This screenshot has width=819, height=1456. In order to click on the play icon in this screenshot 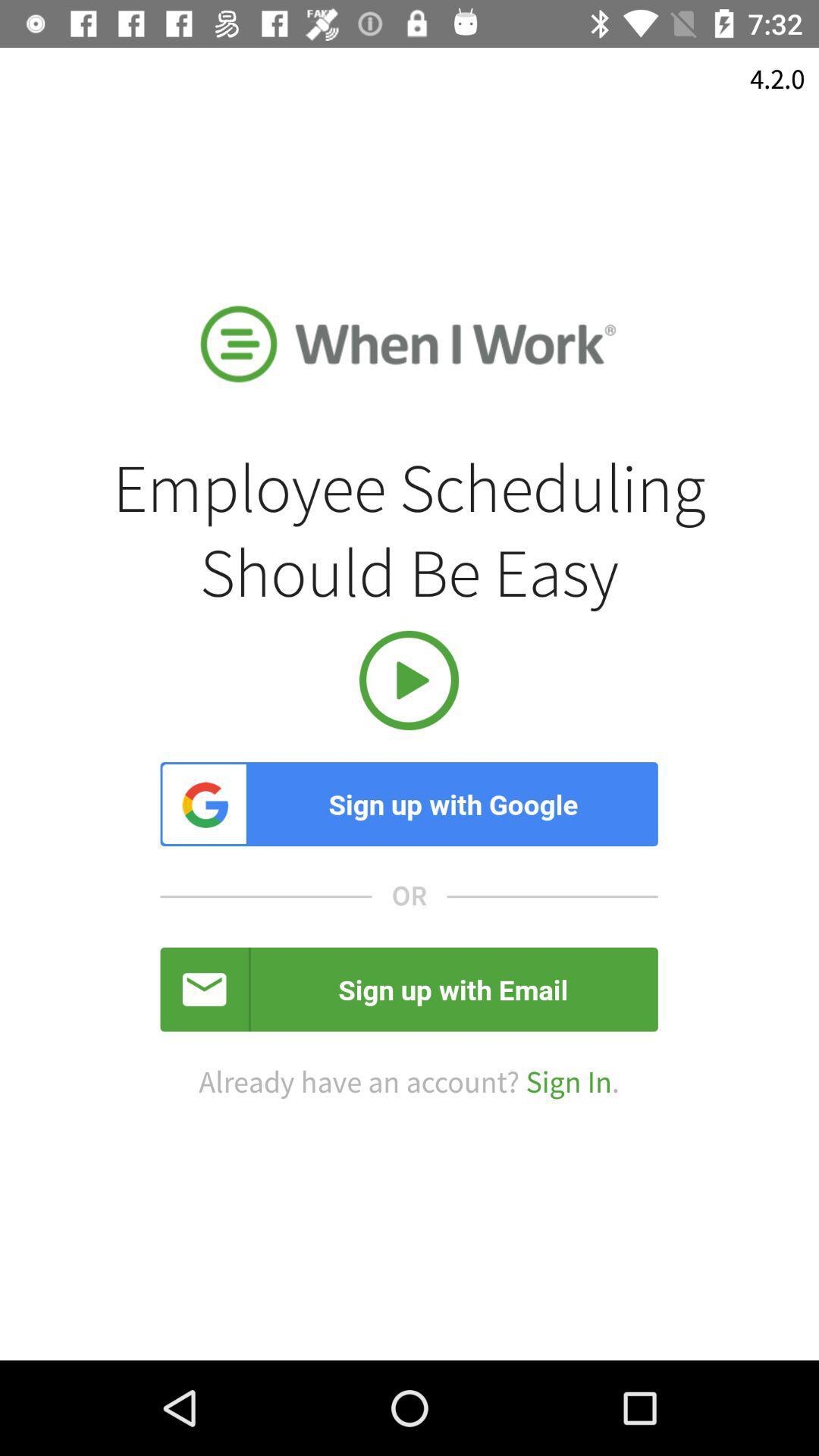, I will do `click(408, 679)`.